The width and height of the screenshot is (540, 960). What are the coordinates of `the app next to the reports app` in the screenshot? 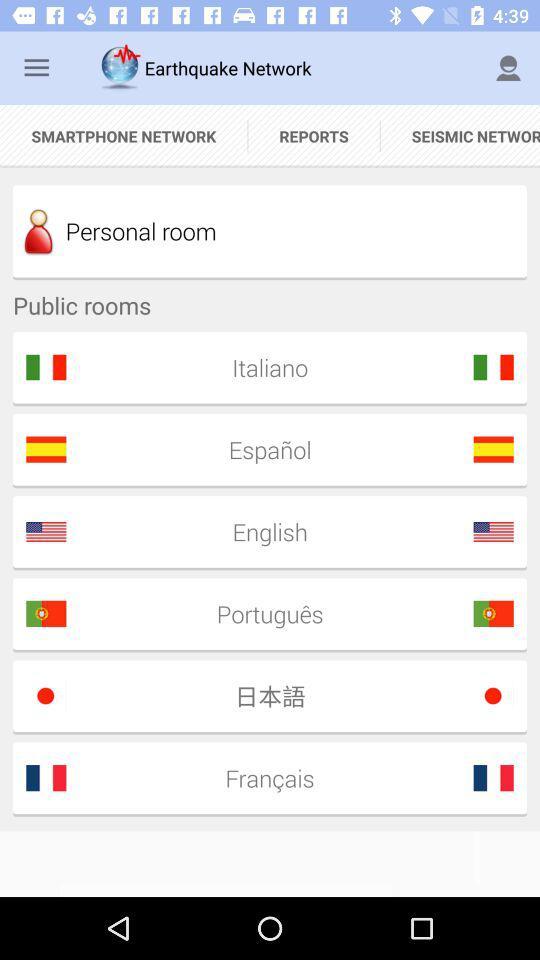 It's located at (123, 135).